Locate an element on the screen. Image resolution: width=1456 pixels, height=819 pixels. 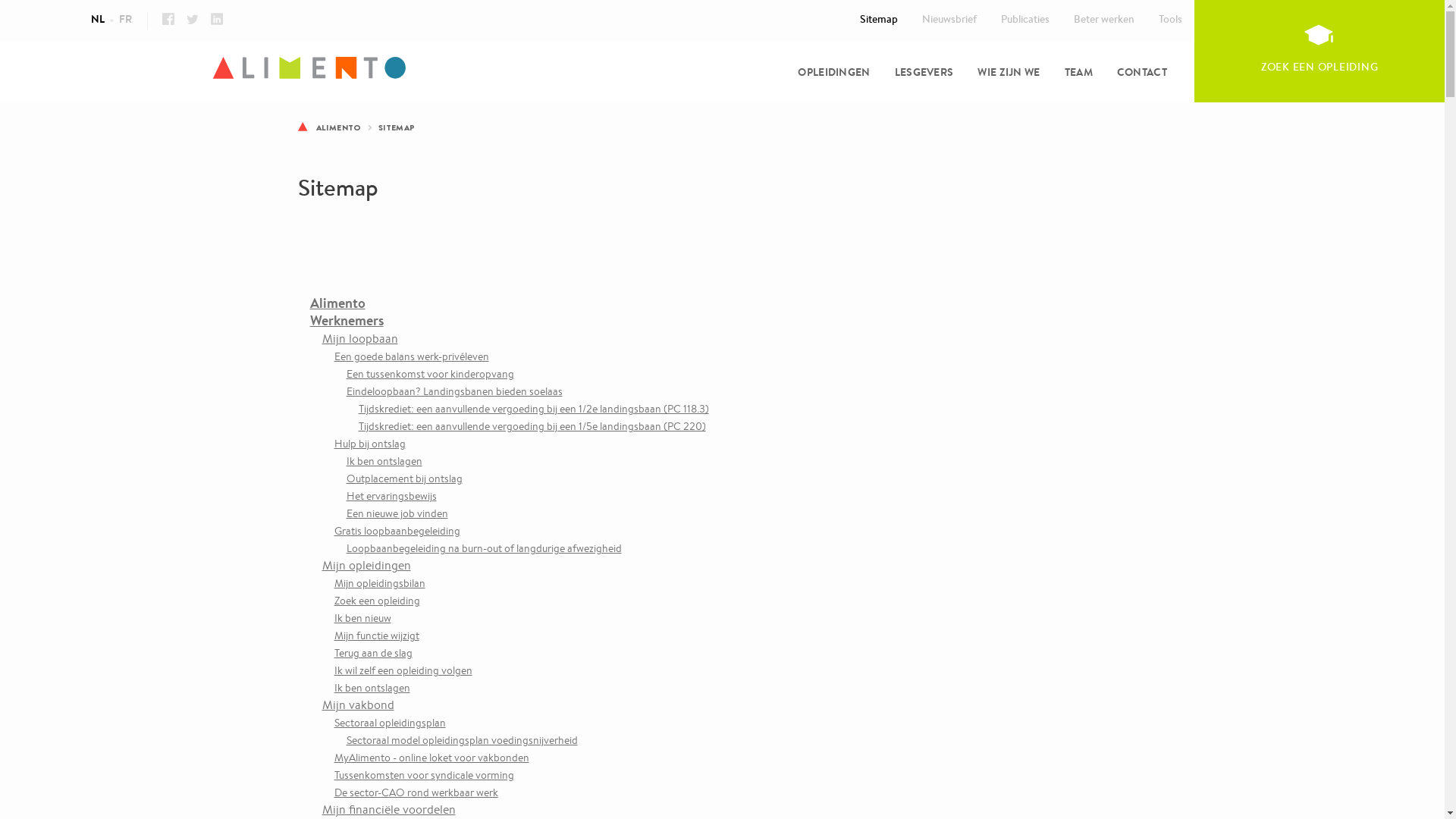
'Loopbaanbegeleiding na burn-out of langdurige afwezigheid' is located at coordinates (482, 548).